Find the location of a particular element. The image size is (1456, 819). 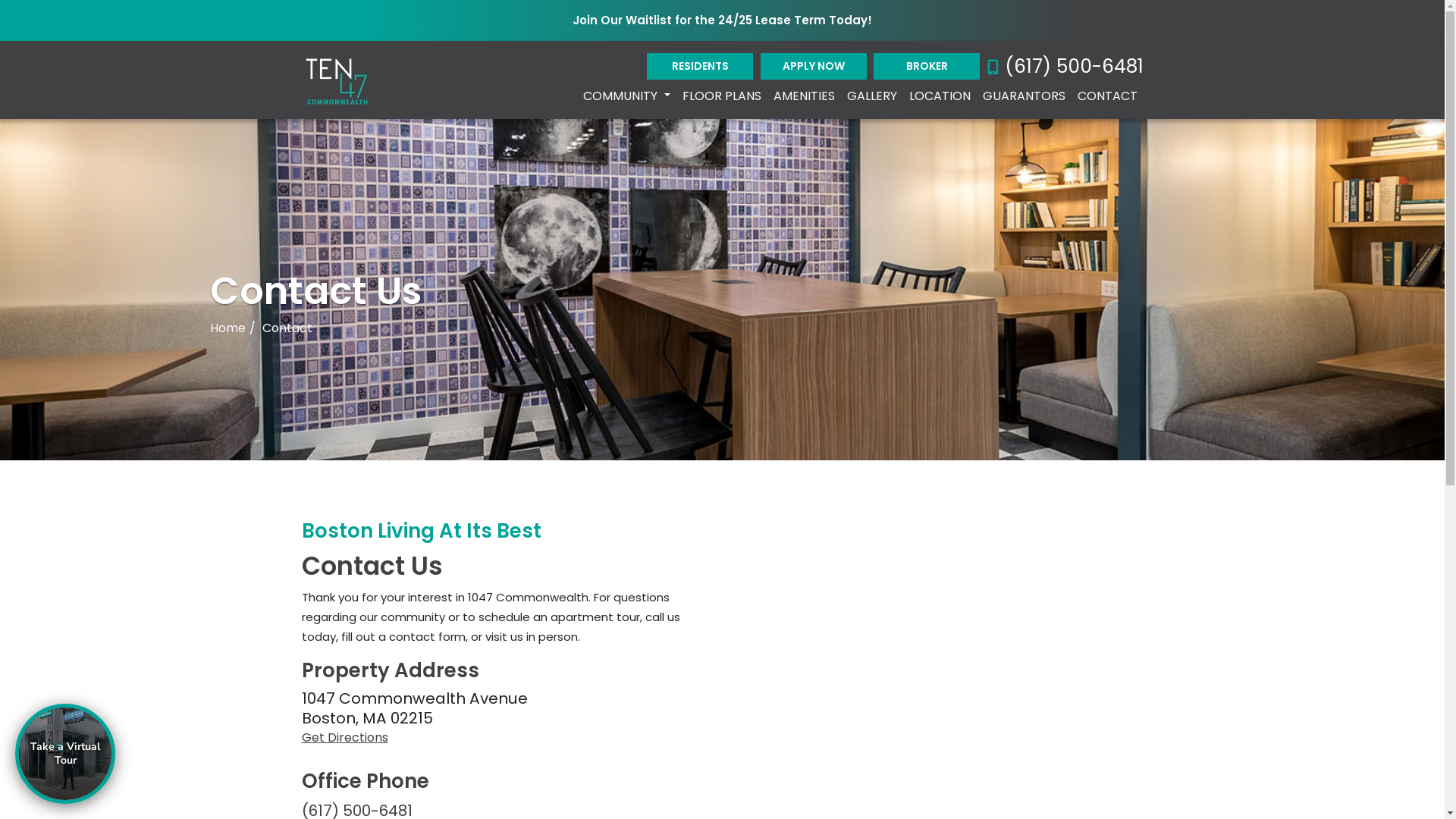

'GUARANTORS' is located at coordinates (1024, 96).